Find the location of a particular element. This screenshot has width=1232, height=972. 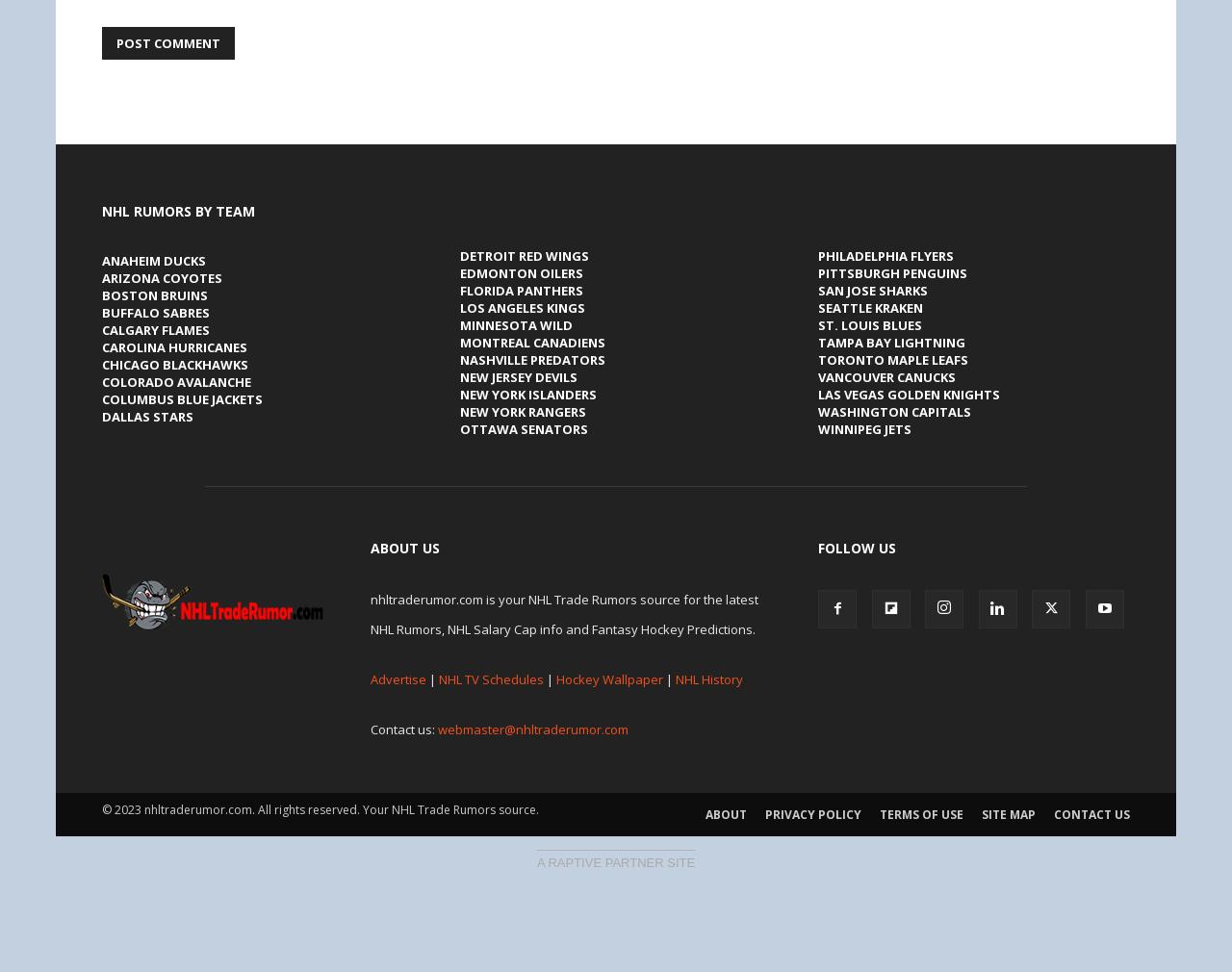

'Winnipeg Jets' is located at coordinates (818, 428).